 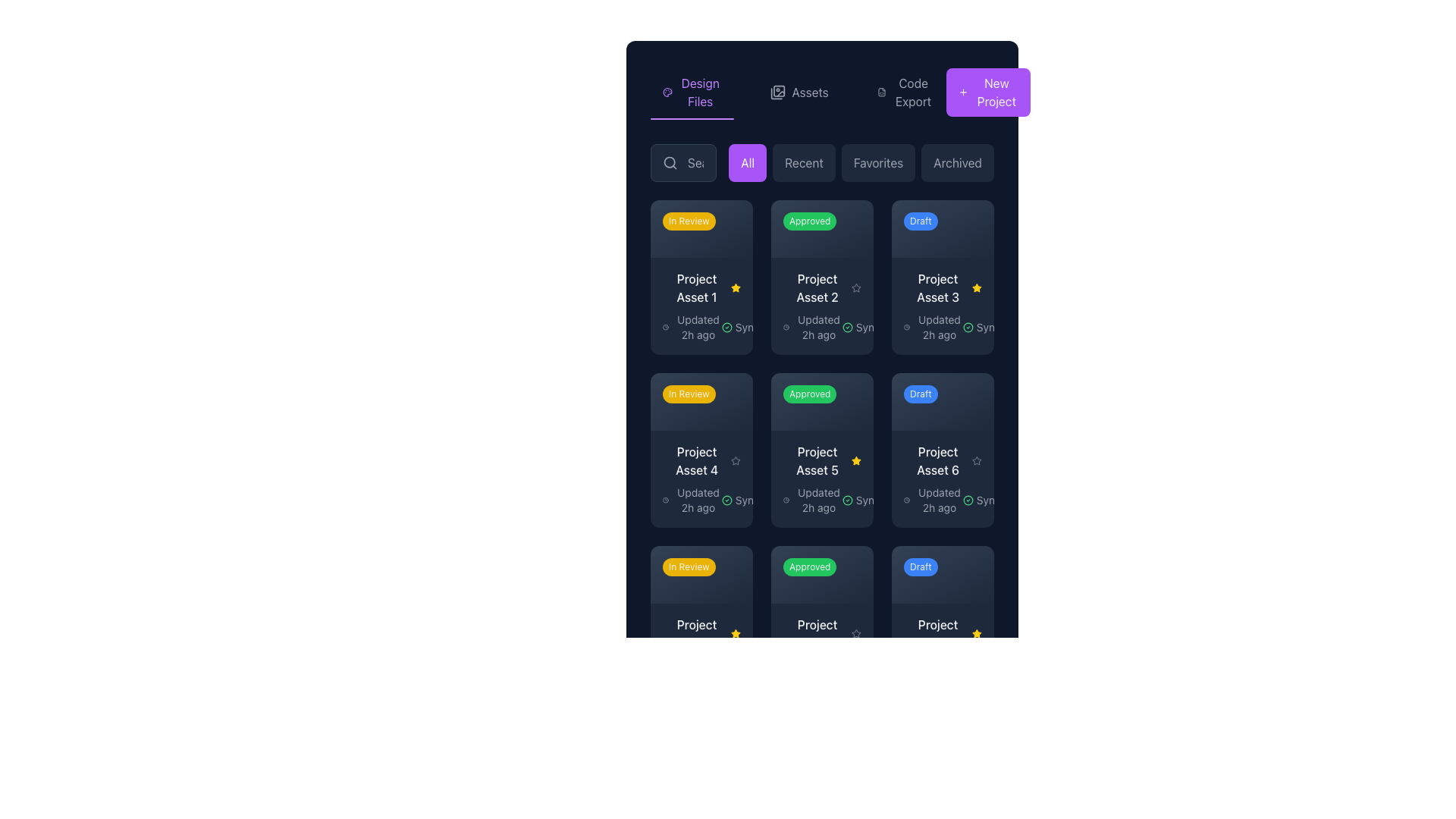 I want to click on the text of the Badge indicating the status of the associated card's content marked as 'Draft', located in the top-left corner of the third card in the last row of the grid layout, so click(x=920, y=566).